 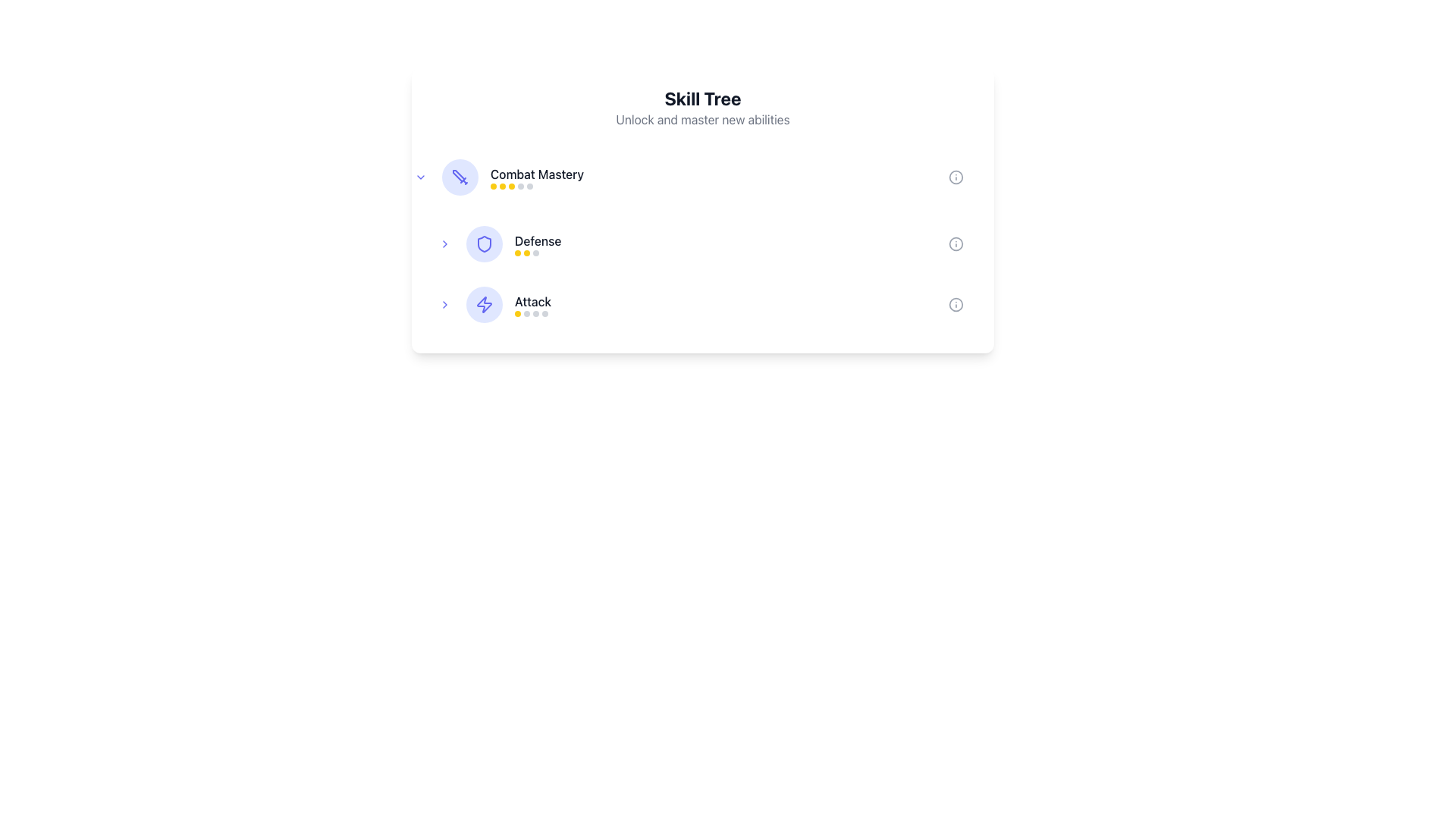 I want to click on a skill entry in the list of interactive items within the 'Skill Tree' card, so click(x=701, y=240).